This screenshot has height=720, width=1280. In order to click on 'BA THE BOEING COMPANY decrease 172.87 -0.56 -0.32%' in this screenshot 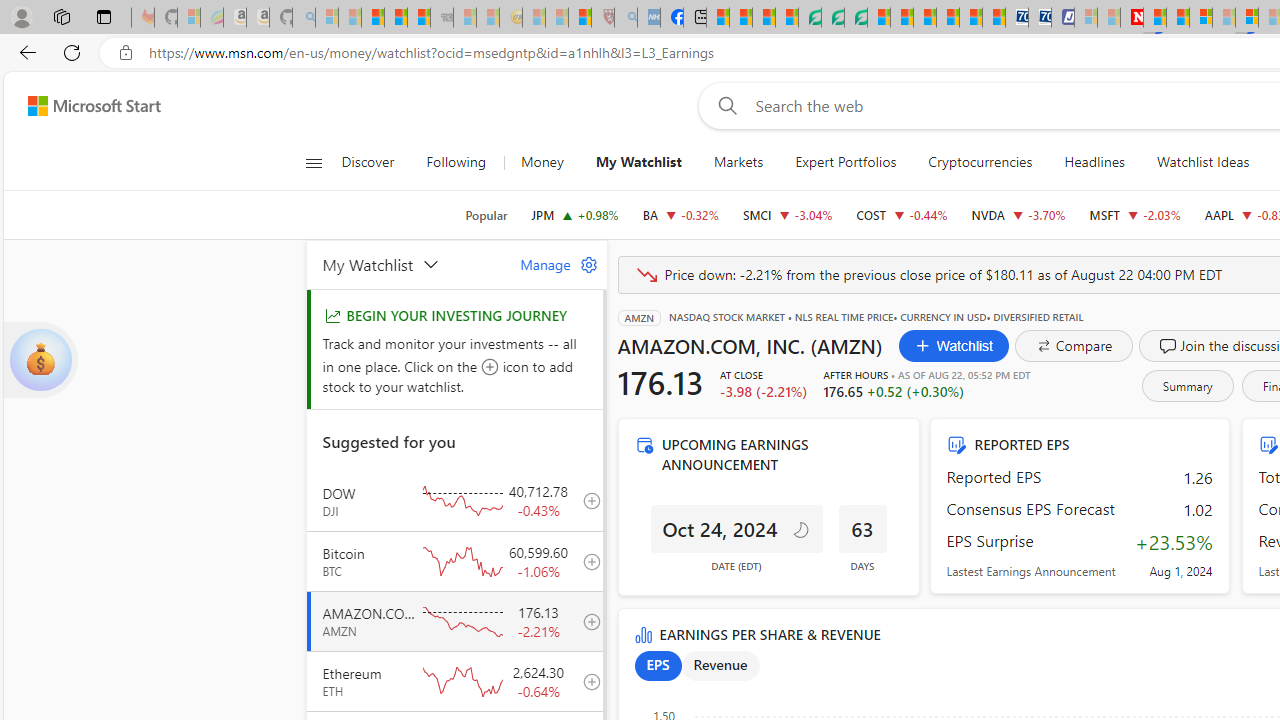, I will do `click(680, 214)`.